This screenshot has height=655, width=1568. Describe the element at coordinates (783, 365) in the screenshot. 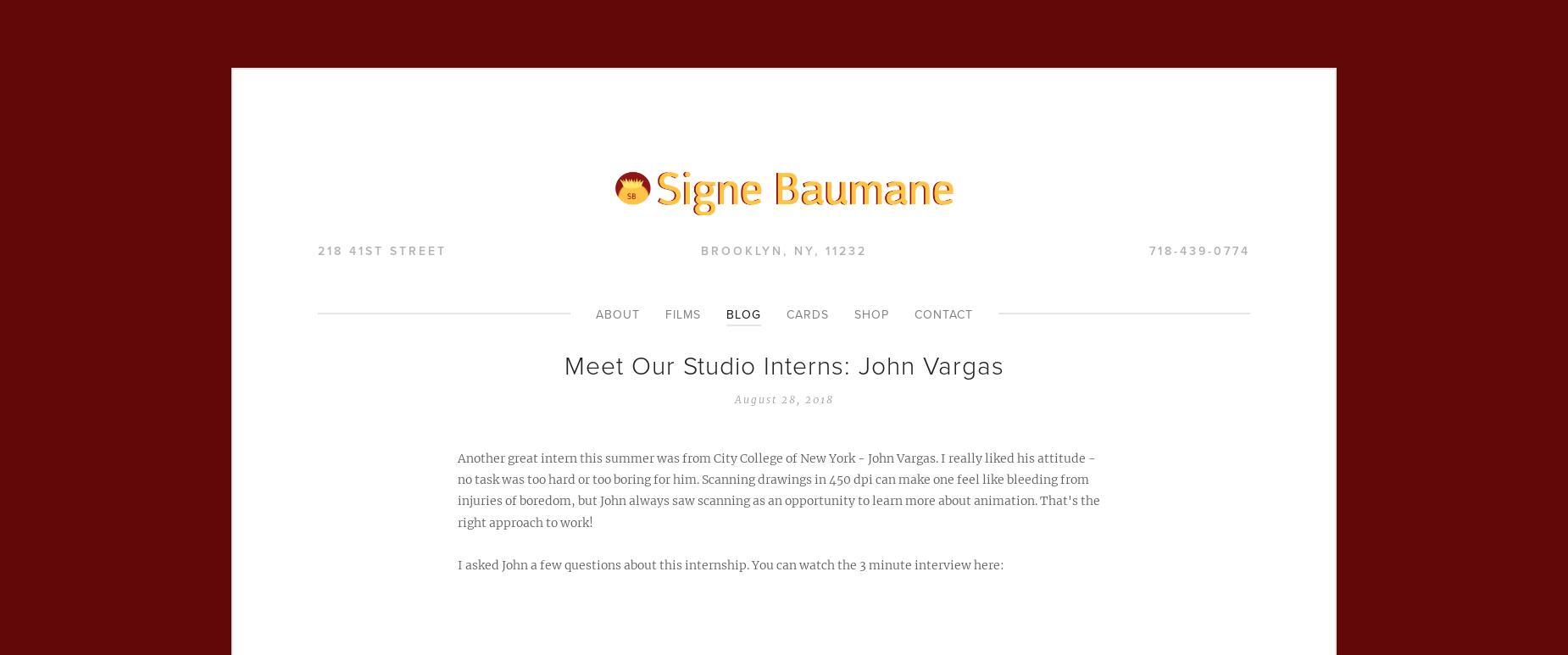

I see `'Meet Our Studio Interns: John Vargas'` at that location.